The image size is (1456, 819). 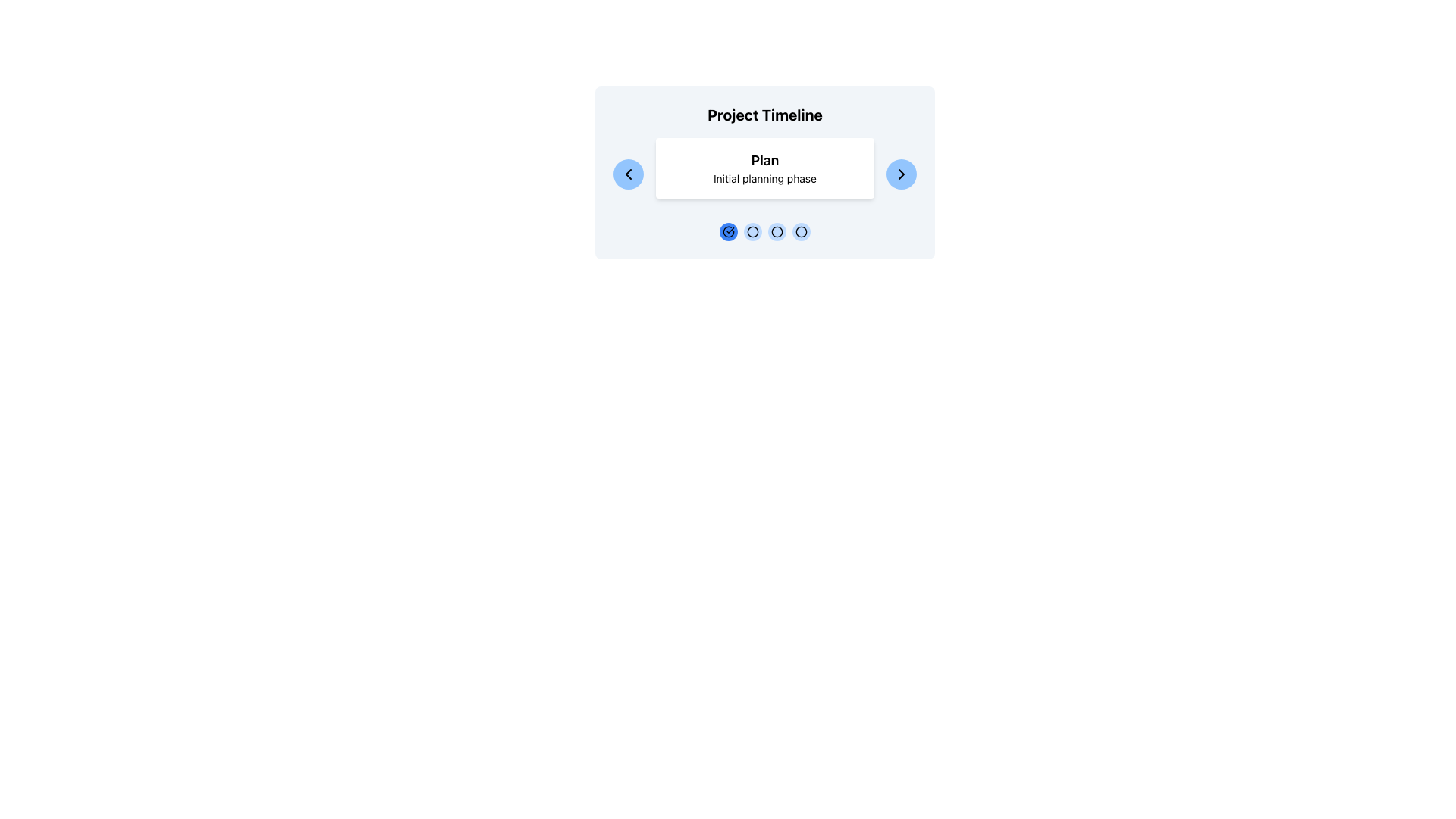 What do you see at coordinates (800, 231) in the screenshot?
I see `the fourth circular navigation indicator in the carousel UI, which represents a specific state in the sequence` at bounding box center [800, 231].